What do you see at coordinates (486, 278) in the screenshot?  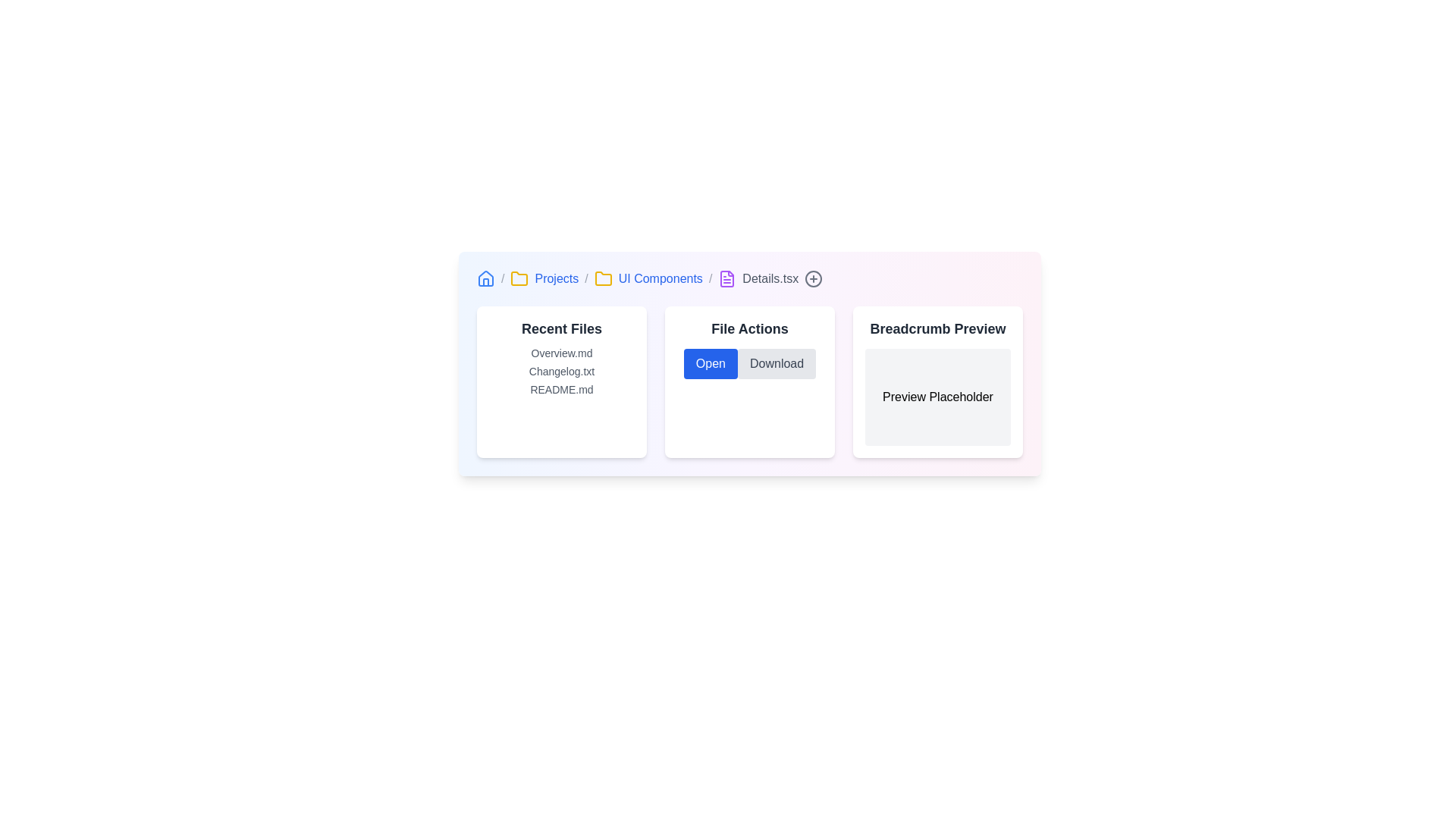 I see `the blue house icon button located at the beginning of the breadcrumb navigation bar` at bounding box center [486, 278].